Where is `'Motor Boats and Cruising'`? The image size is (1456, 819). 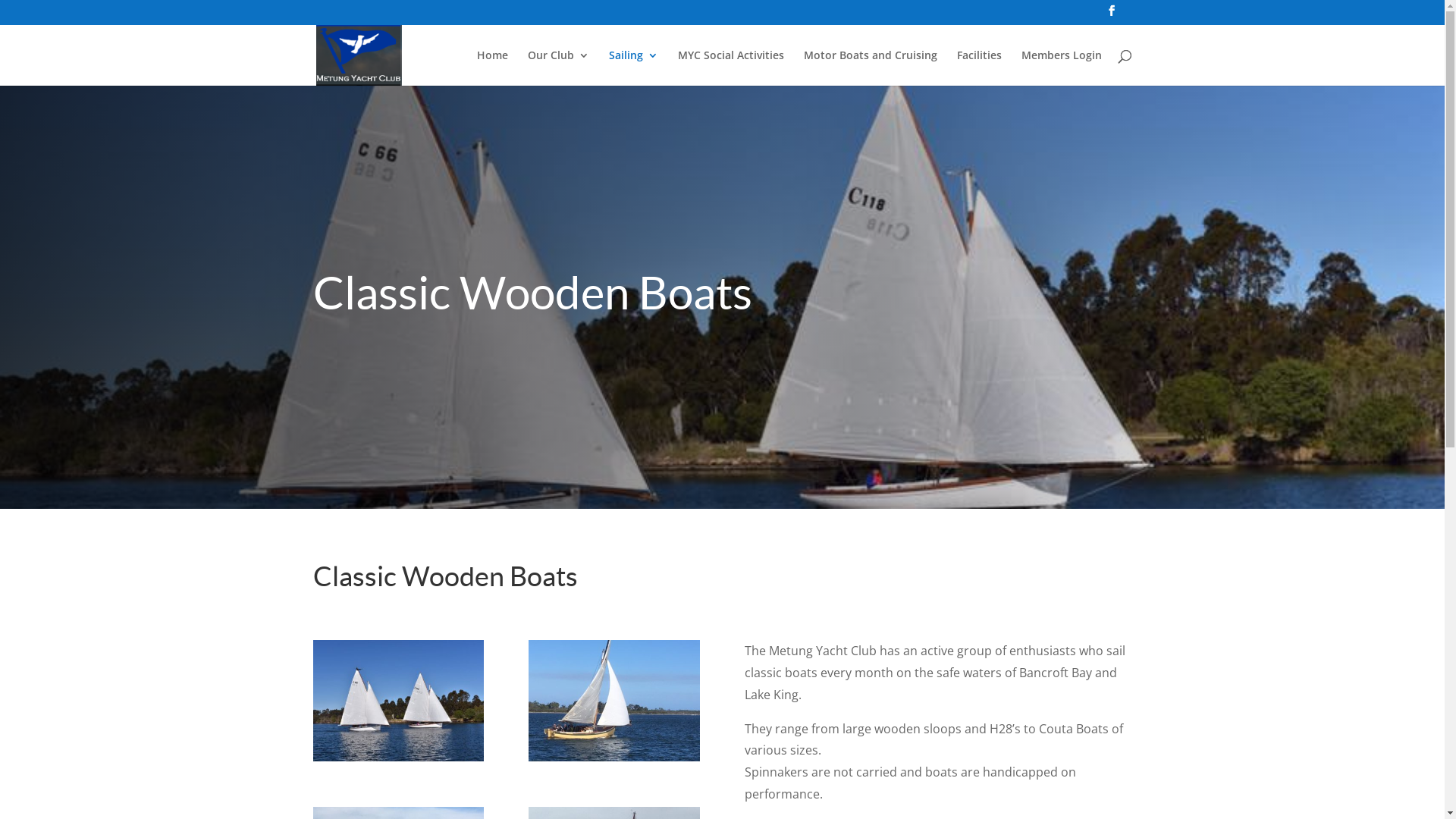
'Motor Boats and Cruising' is located at coordinates (870, 67).